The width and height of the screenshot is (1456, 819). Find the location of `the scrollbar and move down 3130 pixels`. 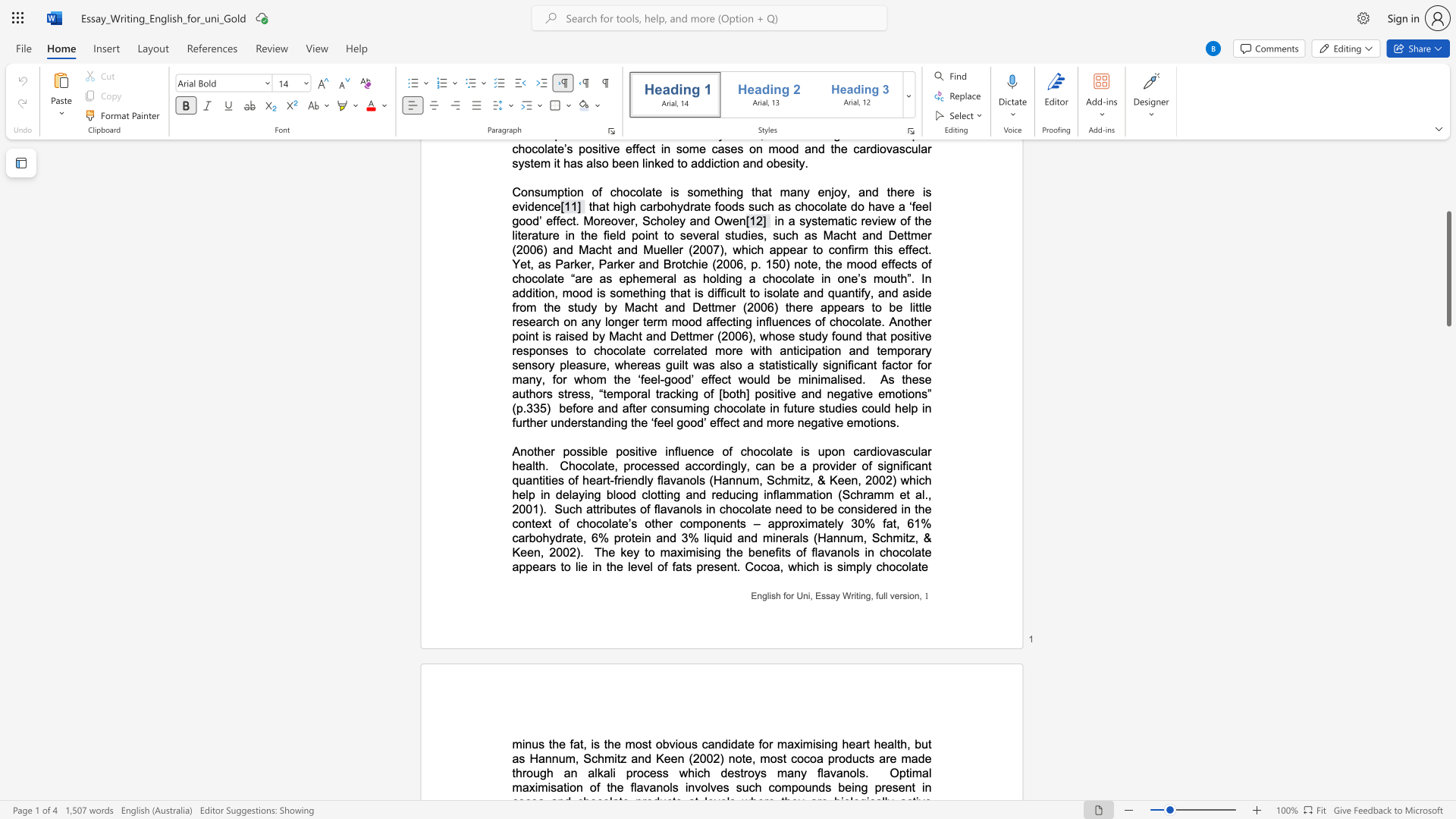

the scrollbar and move down 3130 pixels is located at coordinates (1448, 268).